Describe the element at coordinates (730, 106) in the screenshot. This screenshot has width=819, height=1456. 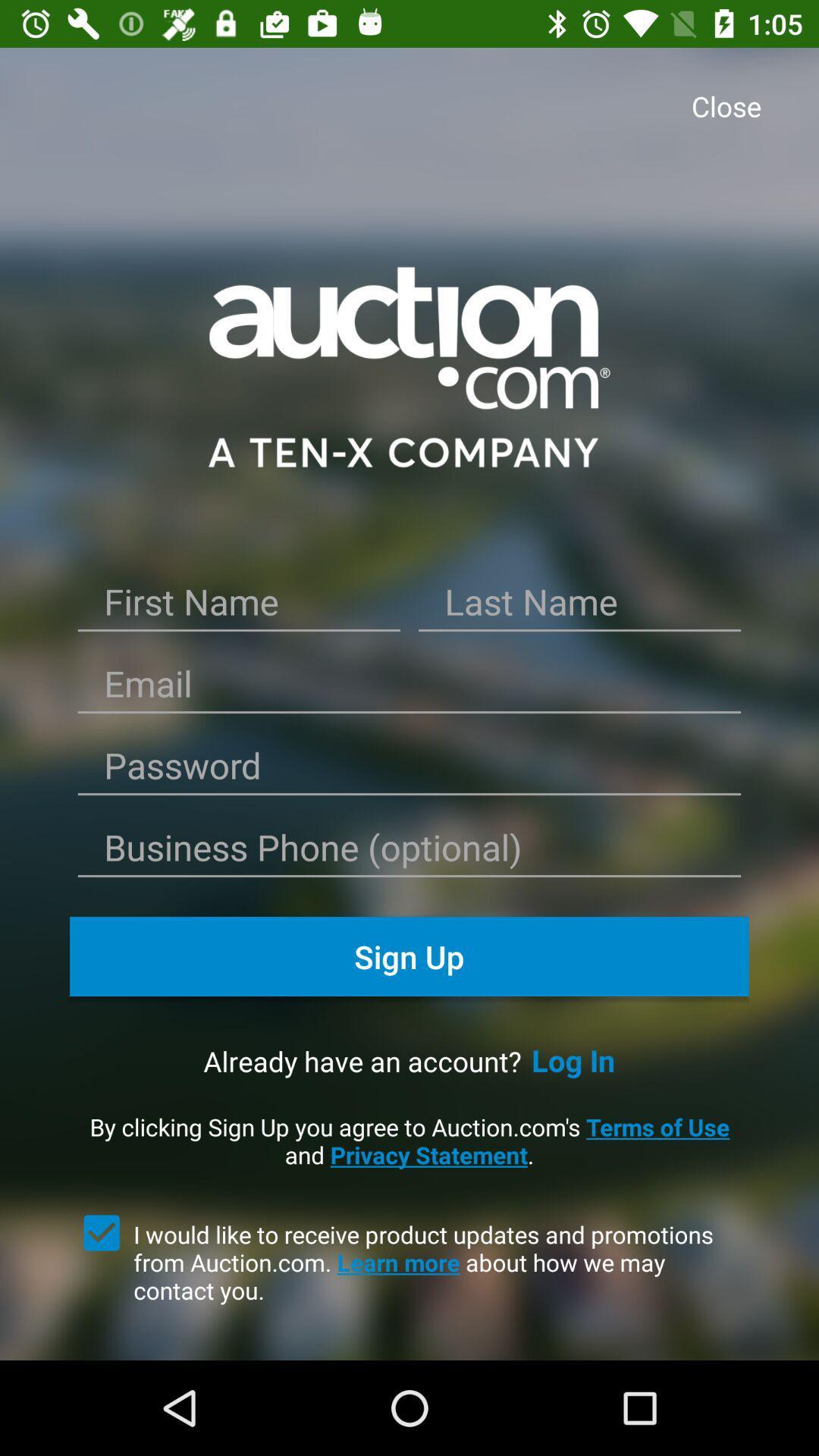
I see `item at the top right corner` at that location.